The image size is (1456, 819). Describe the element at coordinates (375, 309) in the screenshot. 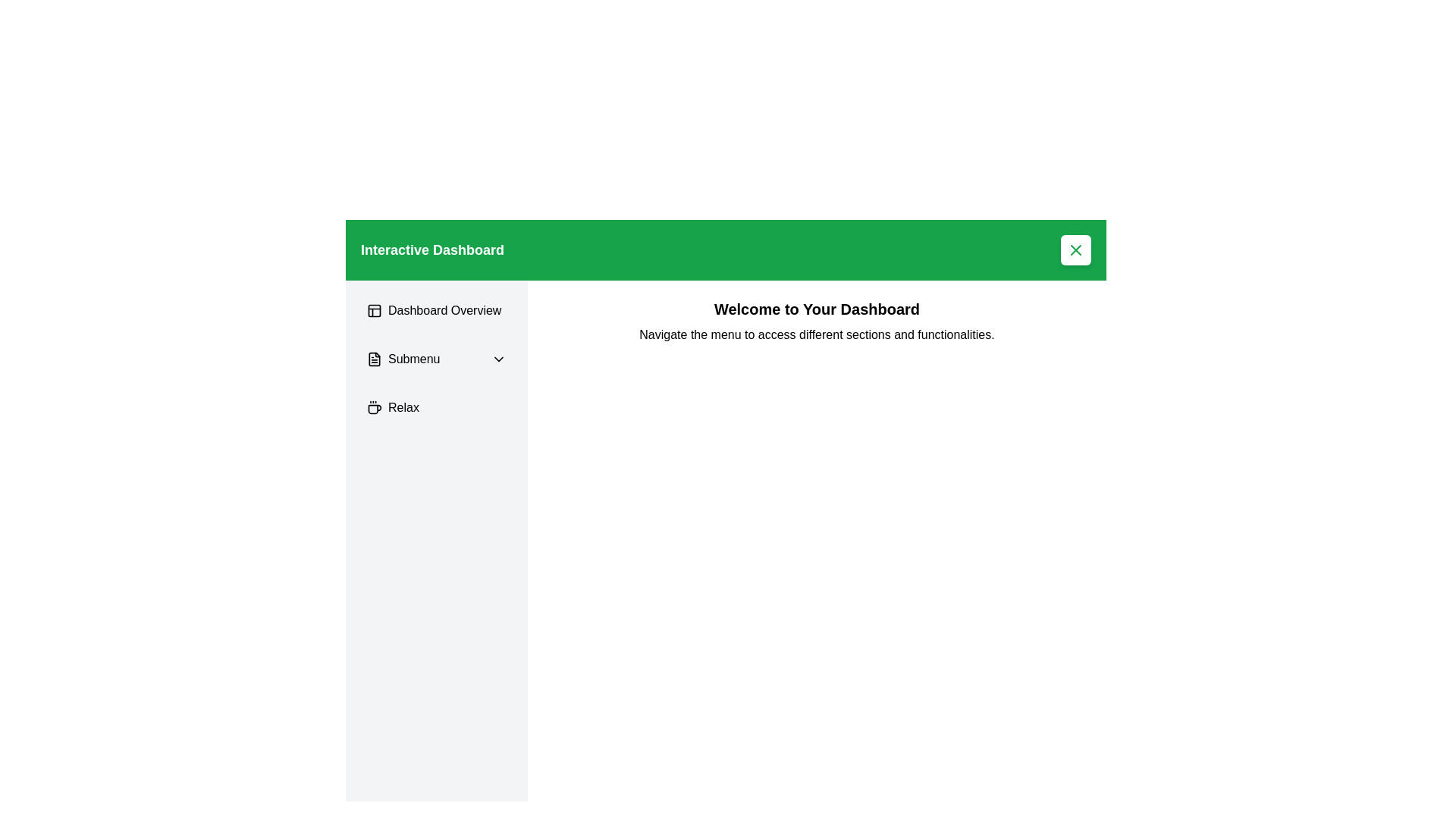

I see `the 'Dashboard Overview' icon located in the left navigation bar, which is positioned to the left of the text label 'Dashboard Overview'` at that location.